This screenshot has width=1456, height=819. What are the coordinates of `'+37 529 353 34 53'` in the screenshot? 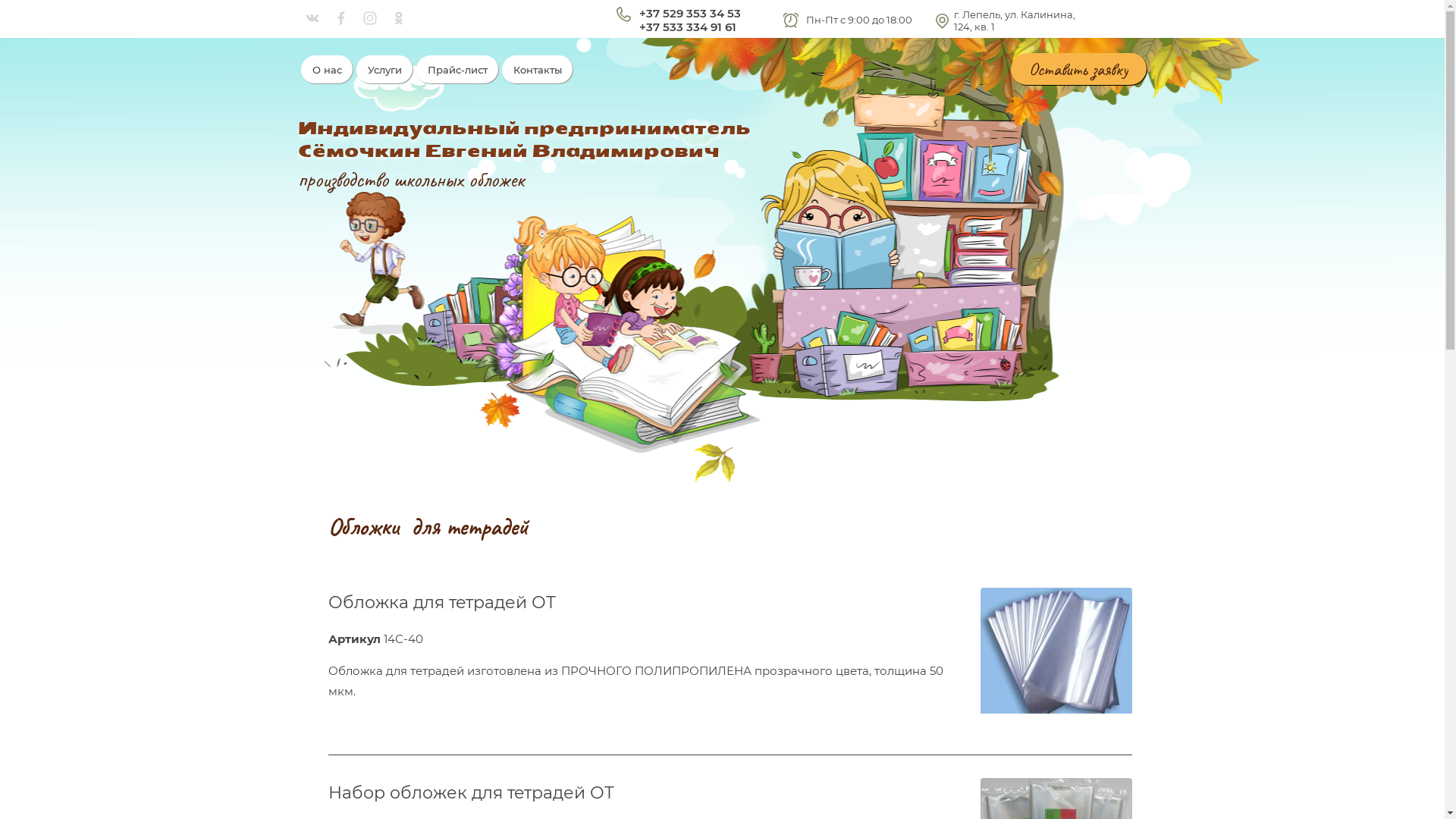 It's located at (638, 13).